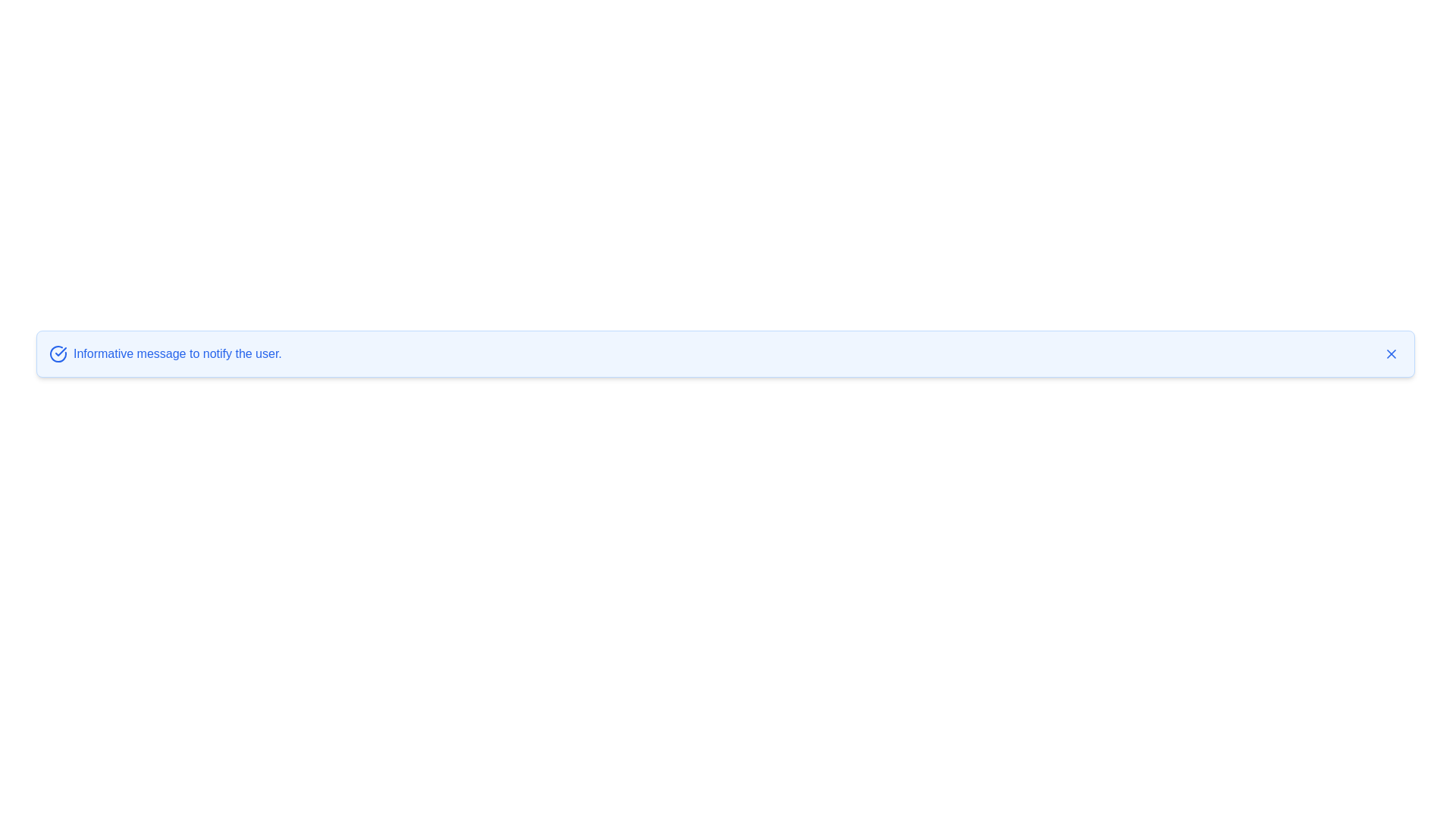 The width and height of the screenshot is (1456, 819). What do you see at coordinates (58, 353) in the screenshot?
I see `the circular success icon with a blue outline and checkmark, which is located on the left side of the horizontal notification banner containing a blue text message` at bounding box center [58, 353].